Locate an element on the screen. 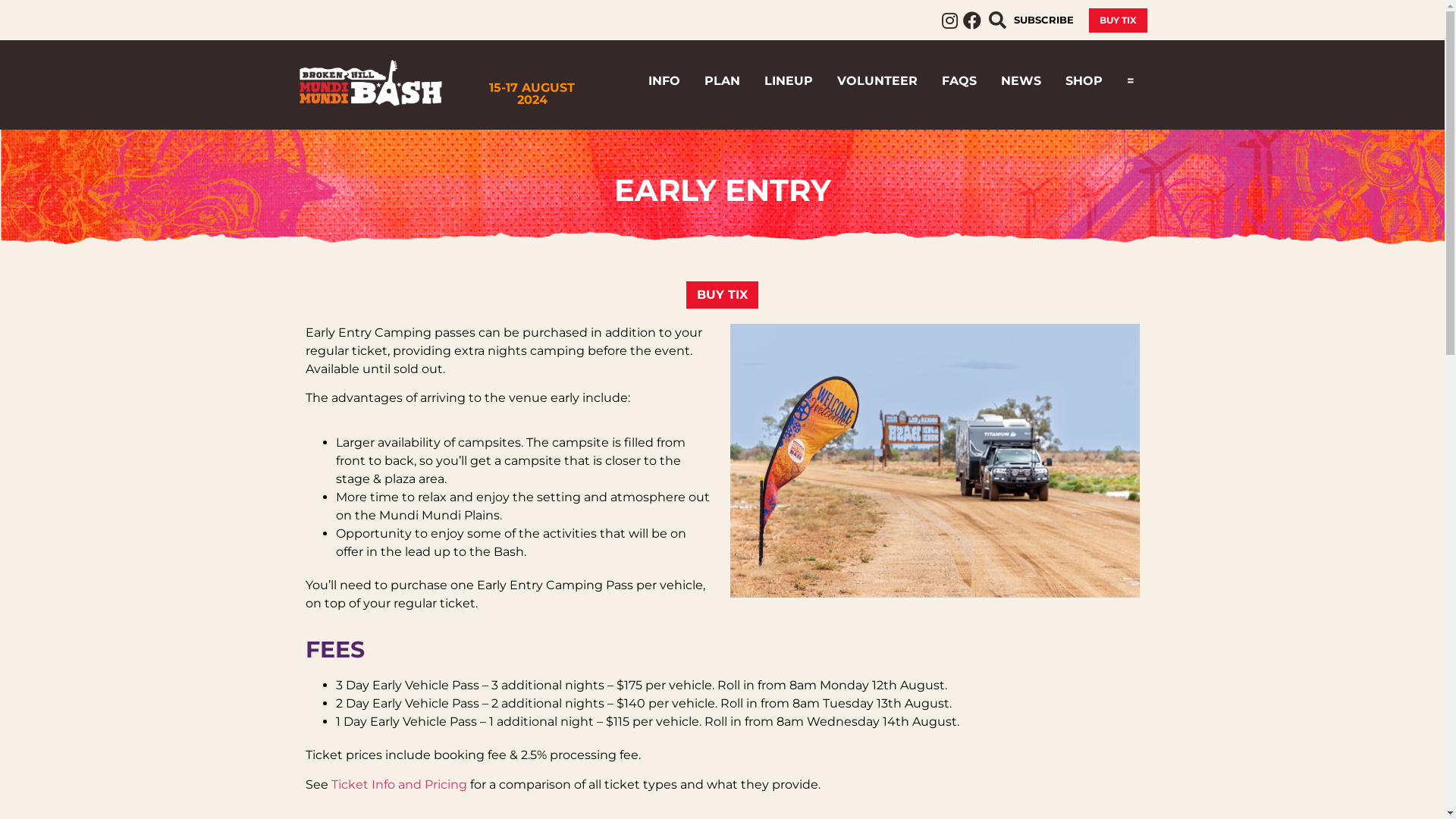  'FAQS' is located at coordinates (959, 81).